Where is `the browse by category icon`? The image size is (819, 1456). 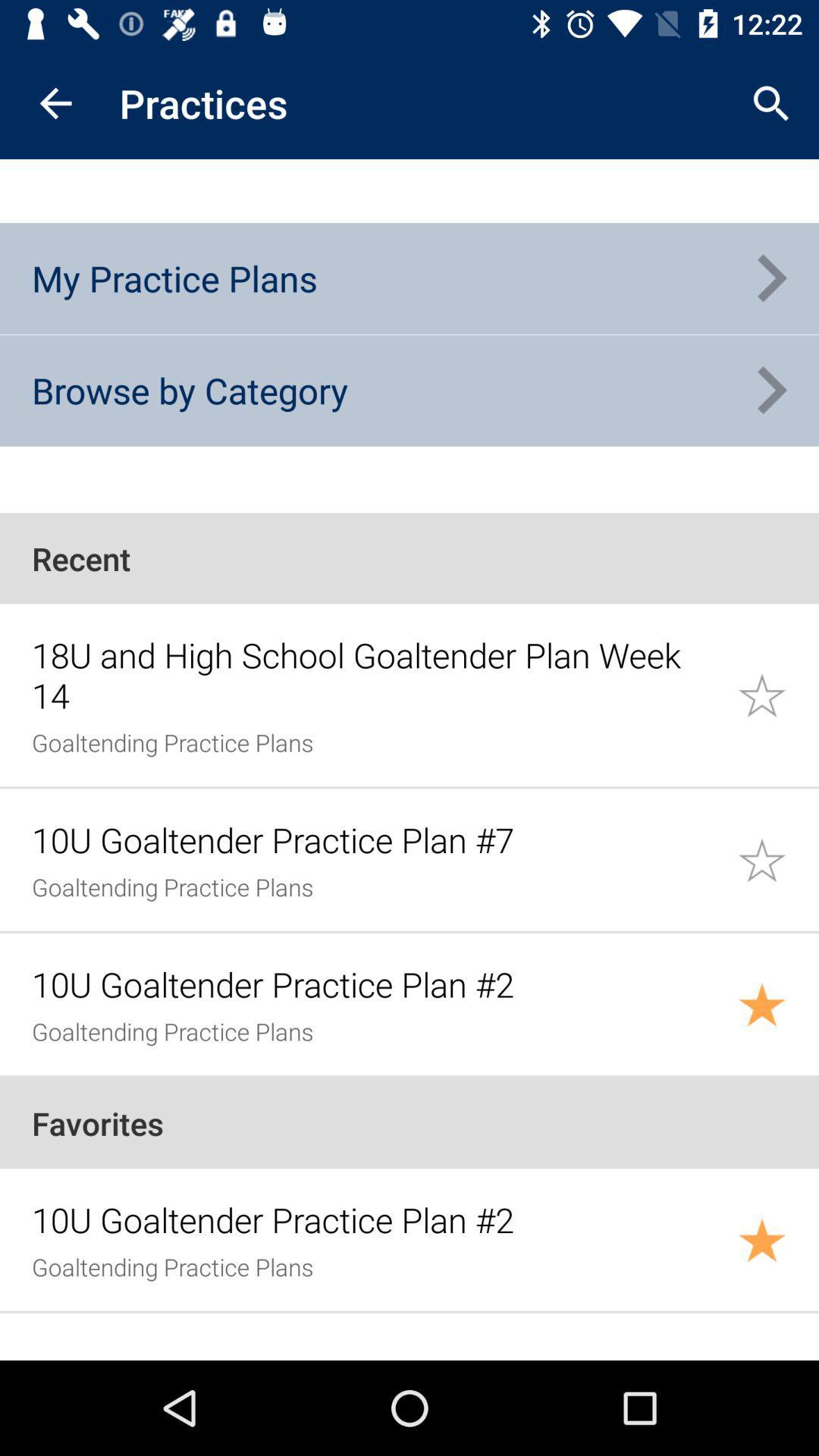 the browse by category icon is located at coordinates (189, 390).